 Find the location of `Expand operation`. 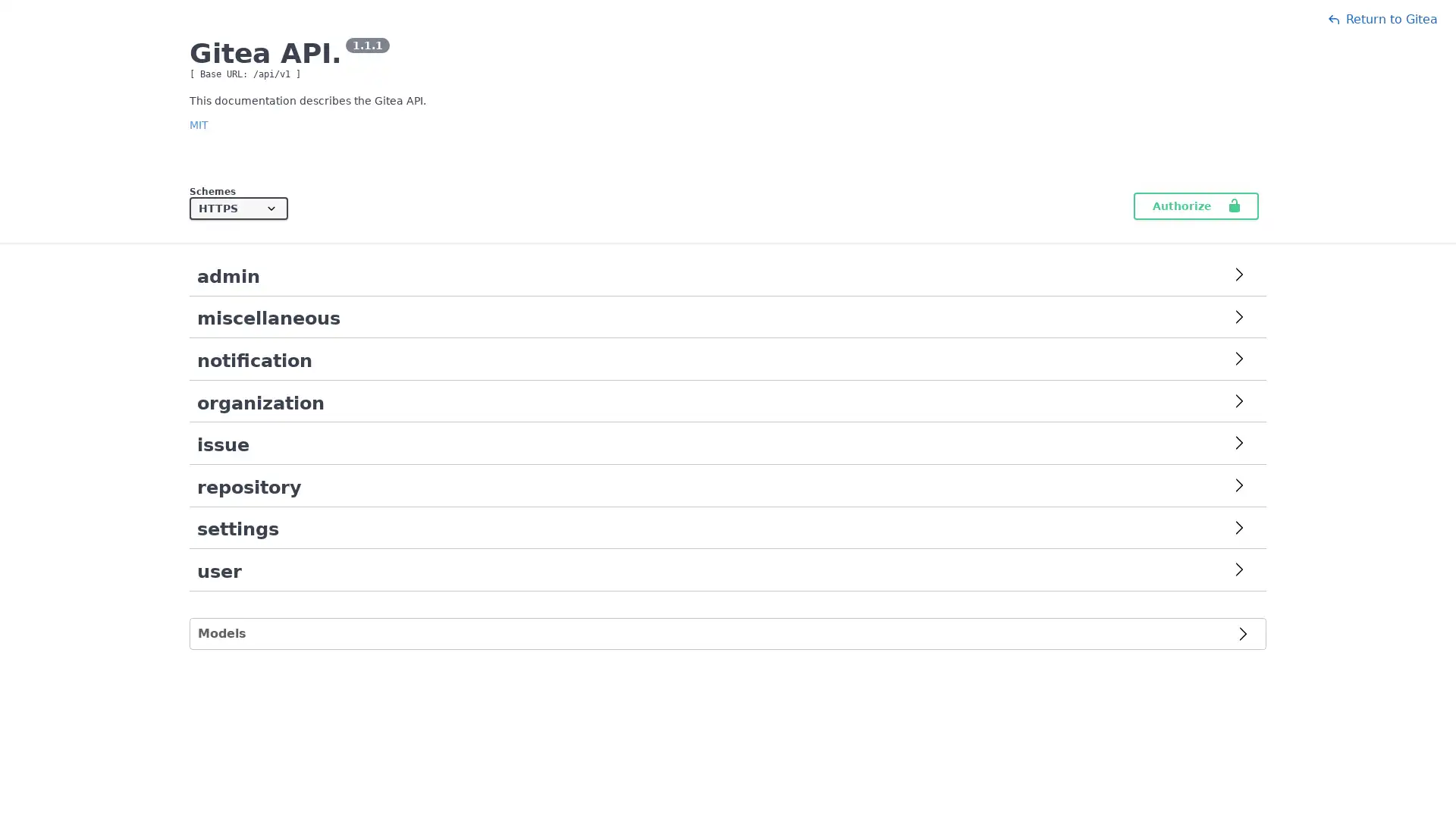

Expand operation is located at coordinates (1238, 402).